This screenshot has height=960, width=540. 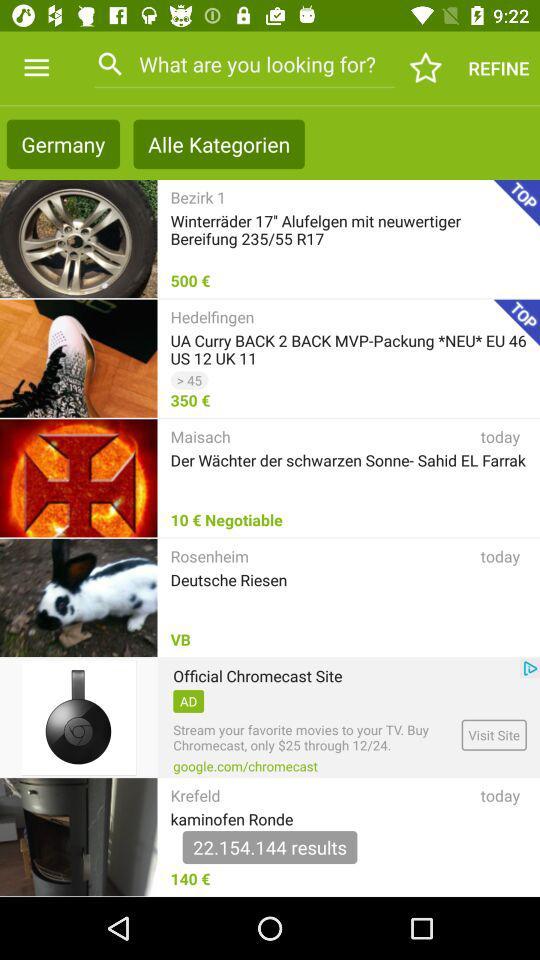 What do you see at coordinates (245, 765) in the screenshot?
I see `item to the left of the visit site item` at bounding box center [245, 765].